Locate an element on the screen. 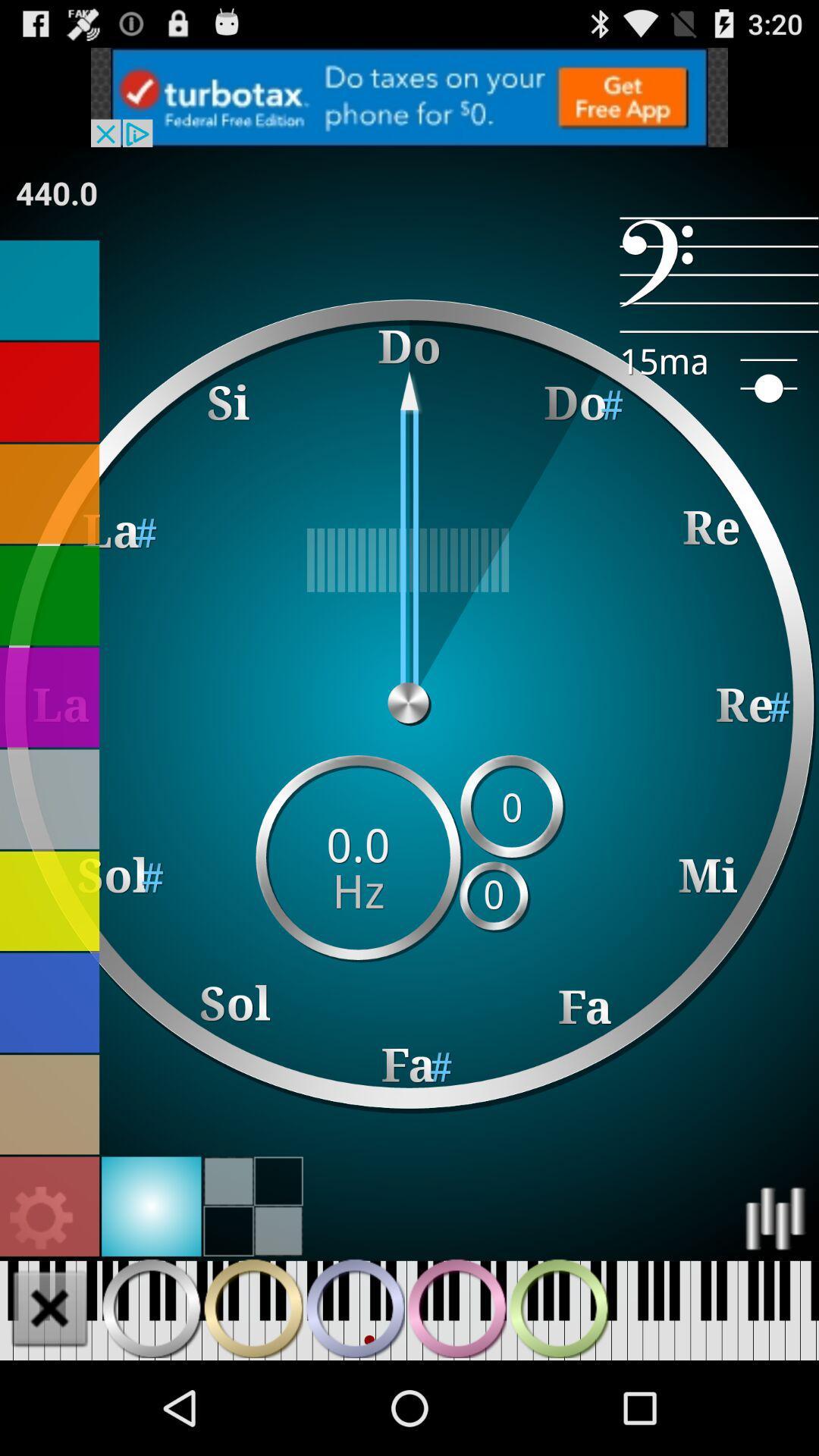  the pause icon is located at coordinates (151, 1399).